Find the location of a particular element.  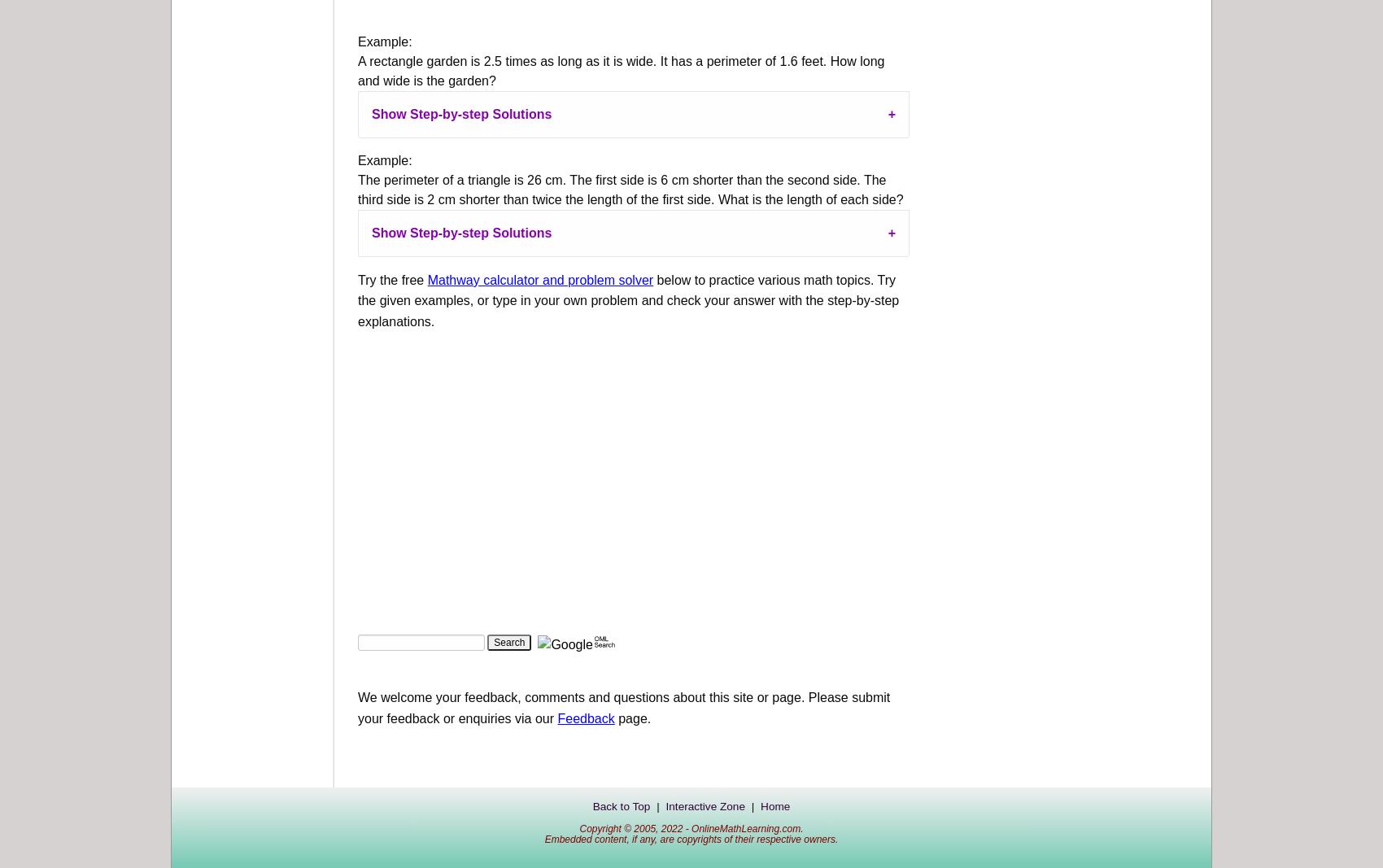

'Back to Top' is located at coordinates (620, 806).